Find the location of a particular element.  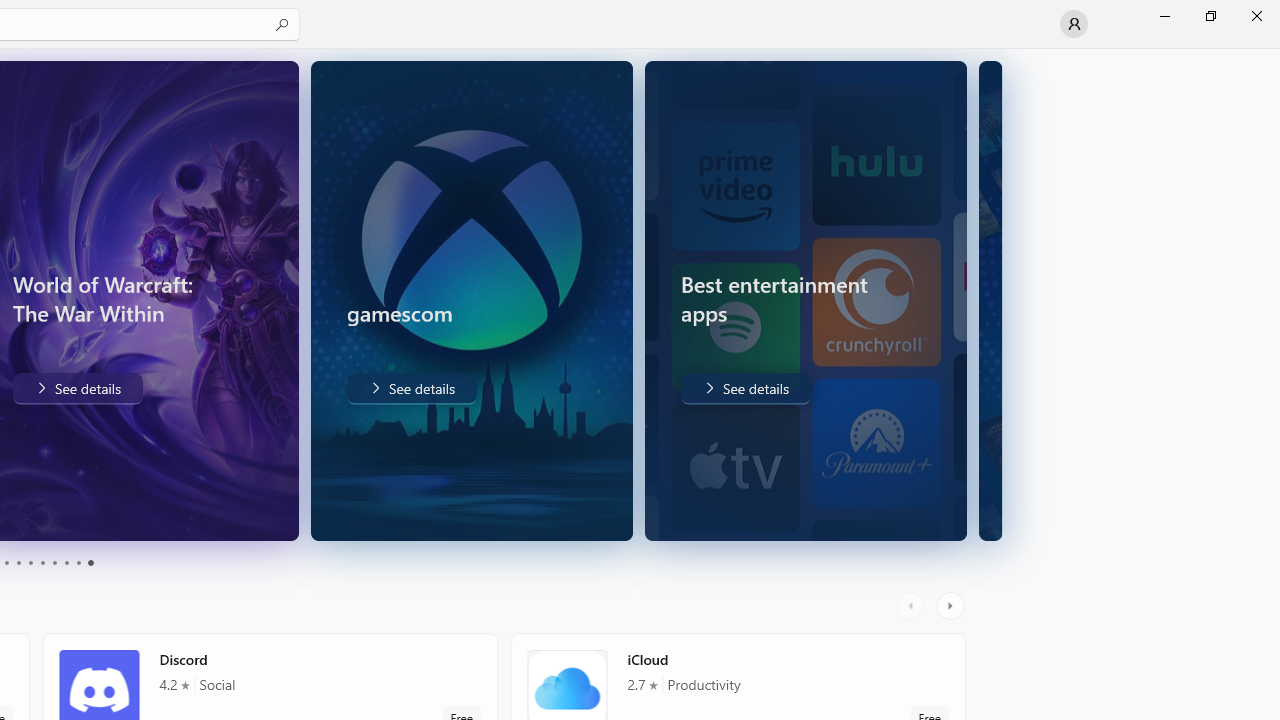

'AutomationID: LeftScrollButton' is located at coordinates (912, 605).